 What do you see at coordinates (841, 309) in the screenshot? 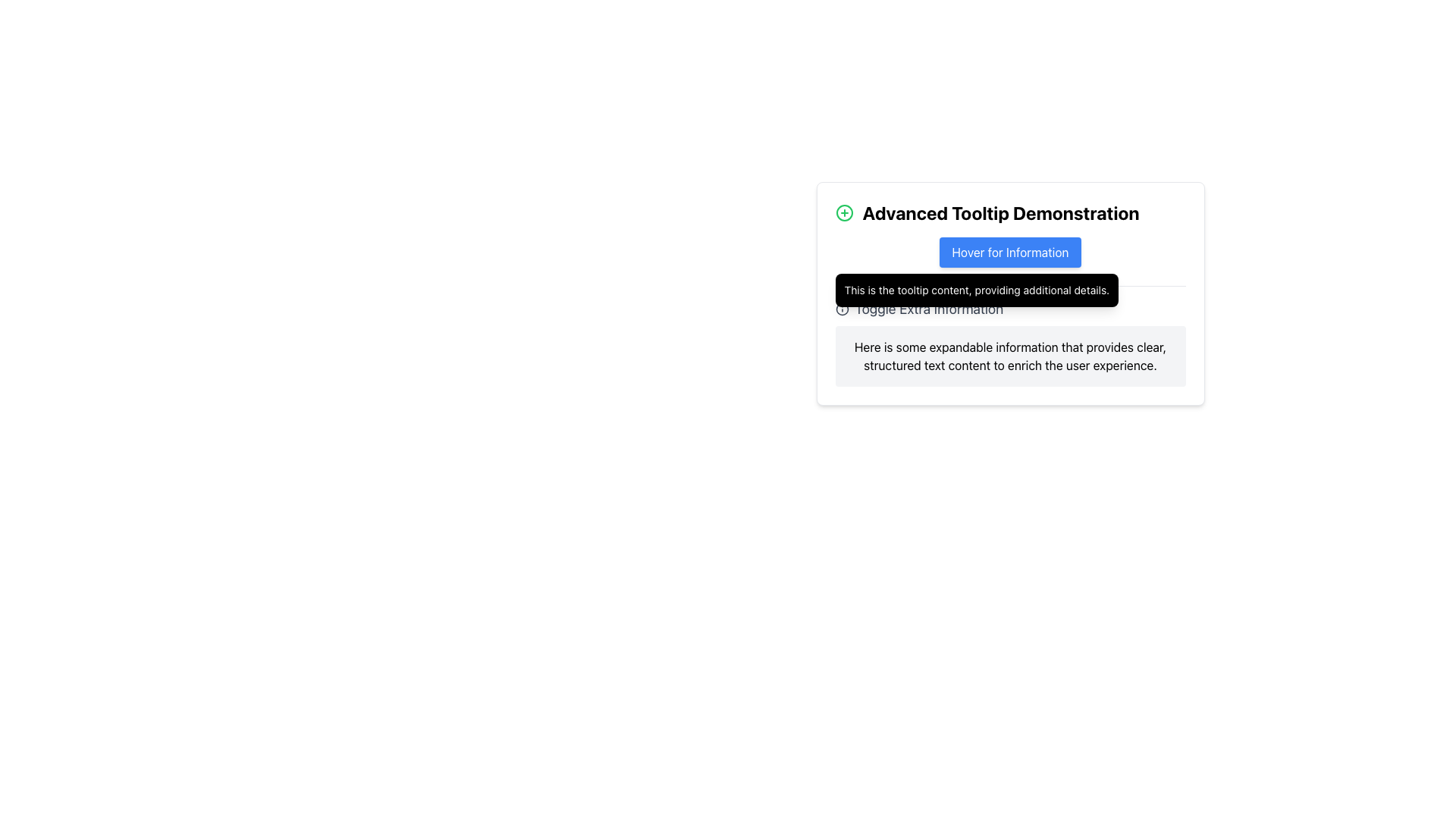
I see `the circular icon with a stylized 'i' that is positioned to the left of the text 'Toggle Extra Information' to interact` at bounding box center [841, 309].